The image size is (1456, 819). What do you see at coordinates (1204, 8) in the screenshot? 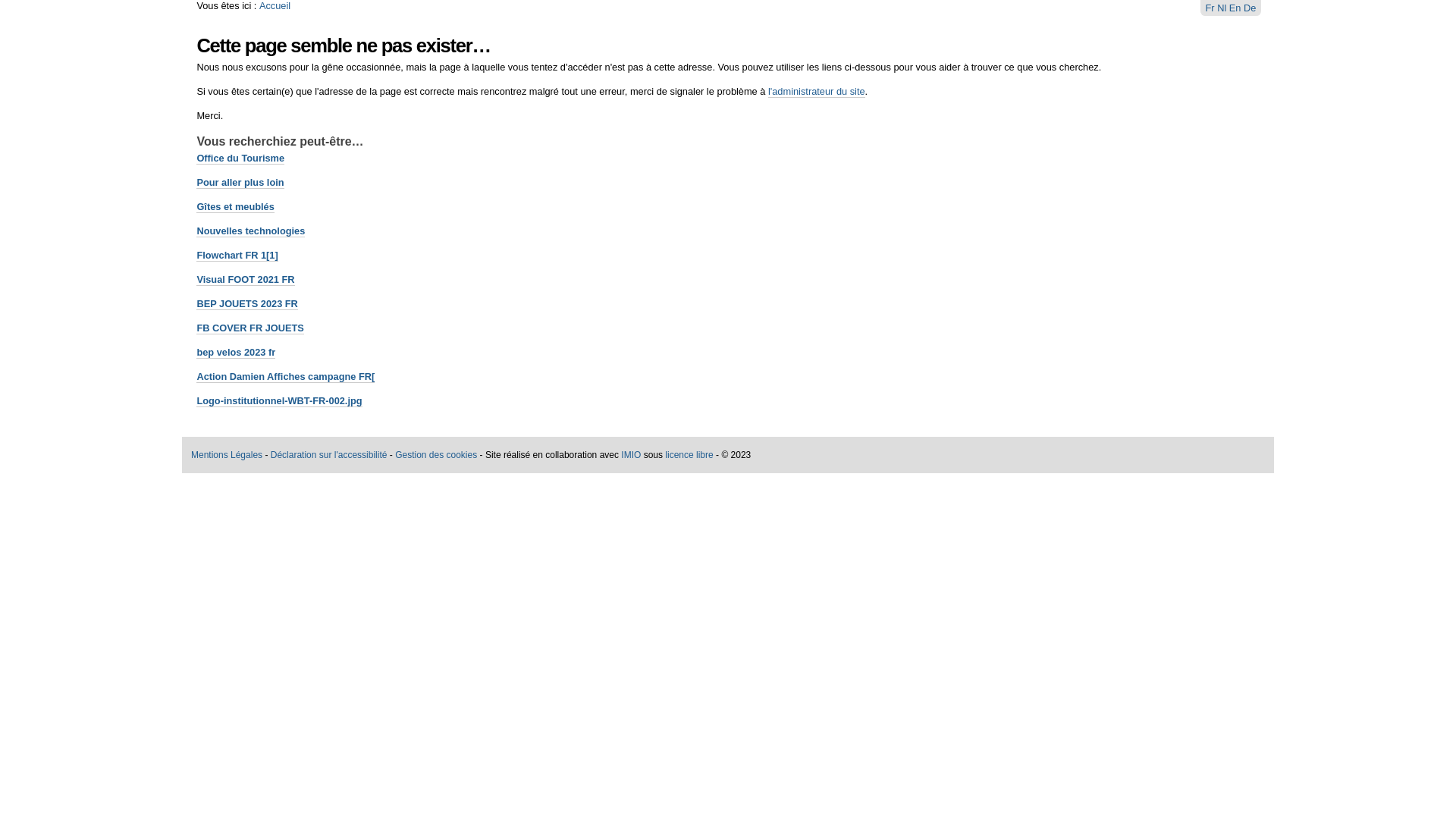
I see `'Fr'` at bounding box center [1204, 8].